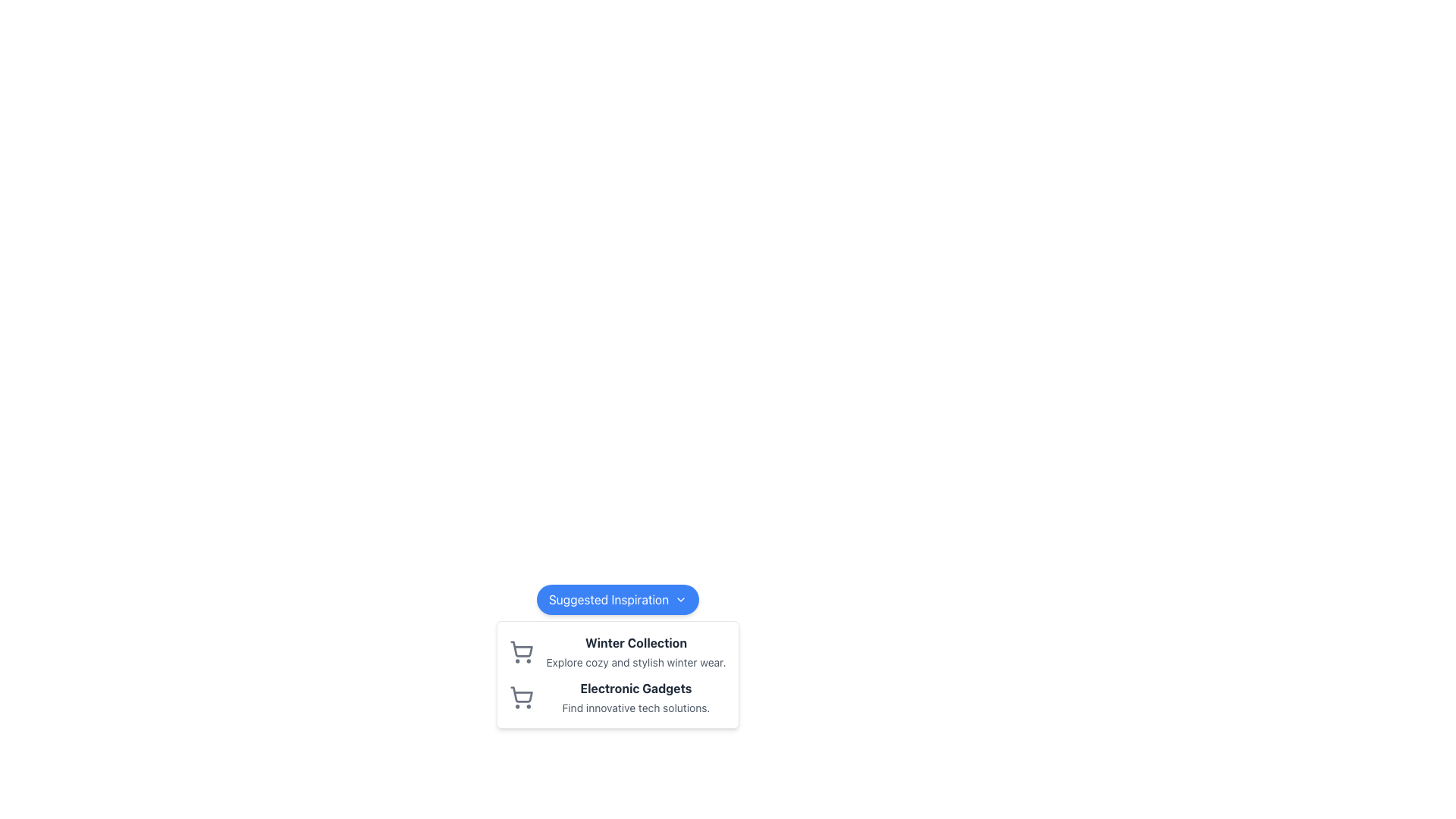 This screenshot has height=819, width=1456. Describe the element at coordinates (521, 648) in the screenshot. I see `the shopping cart icon located in the dropdown panel` at that location.